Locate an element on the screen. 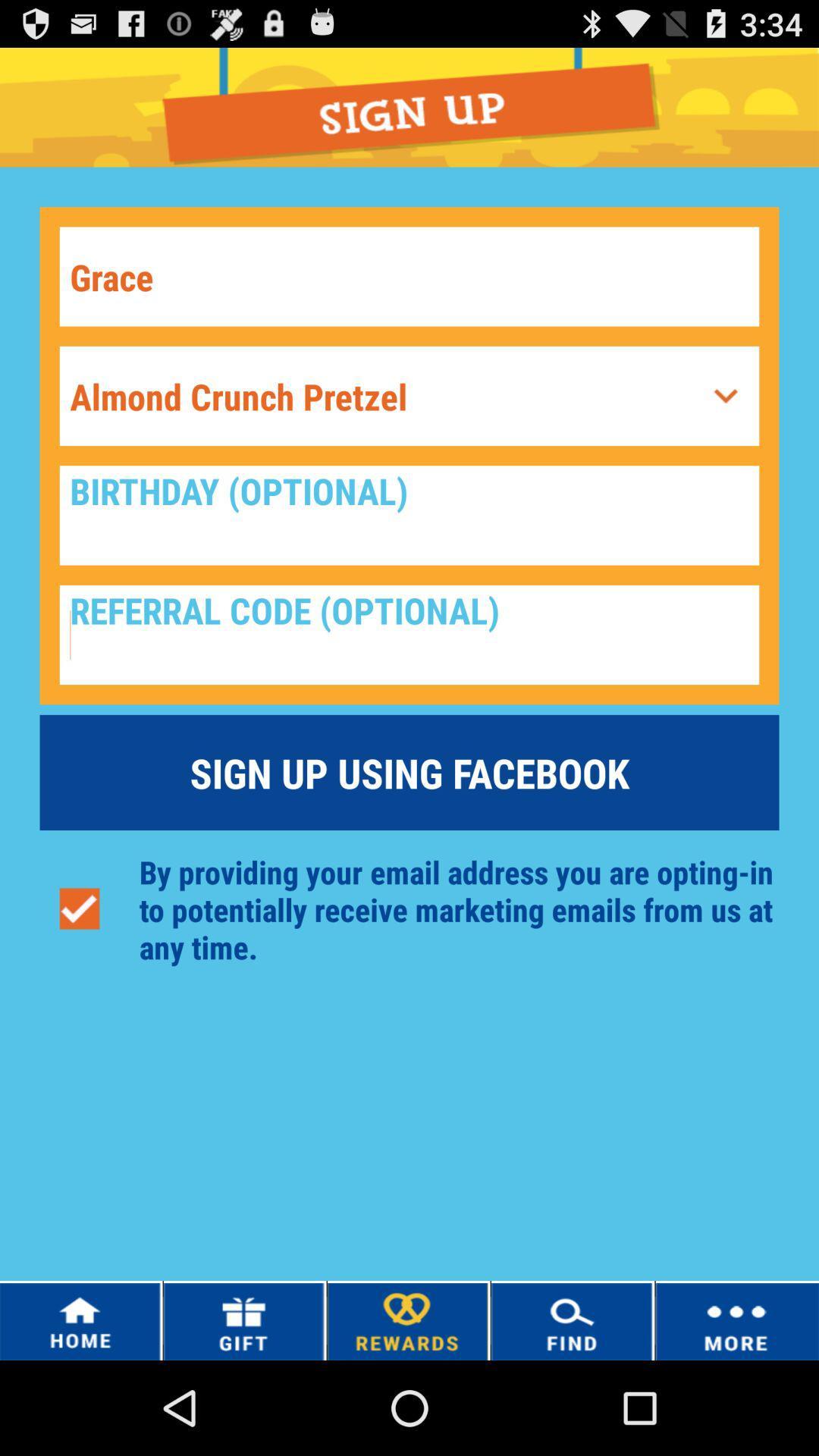 This screenshot has height=1456, width=819. access drop down menu is located at coordinates (725, 396).